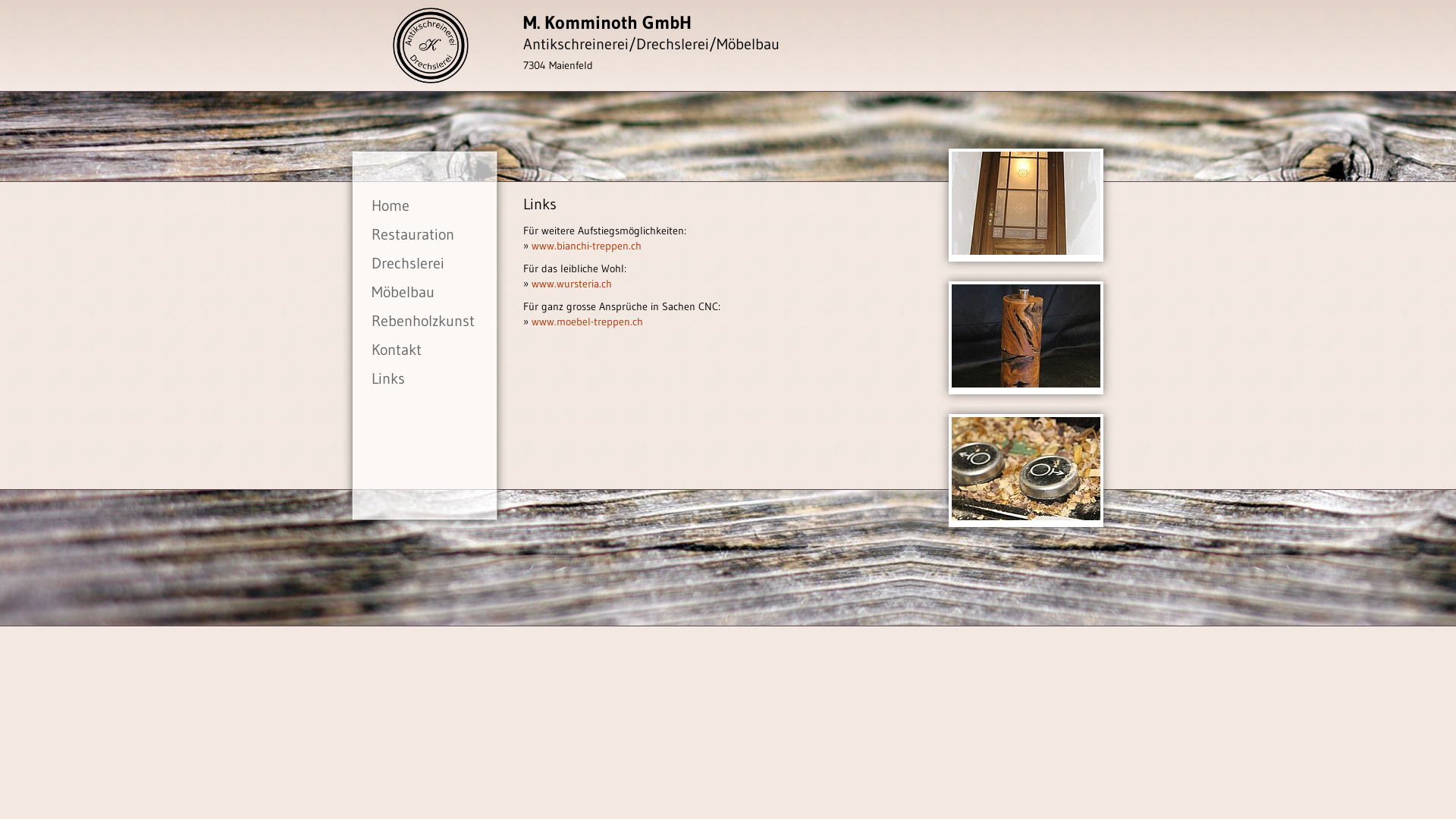 This screenshot has height=819, width=1456. I want to click on 'www.bianchi-treppen.ch', so click(585, 245).